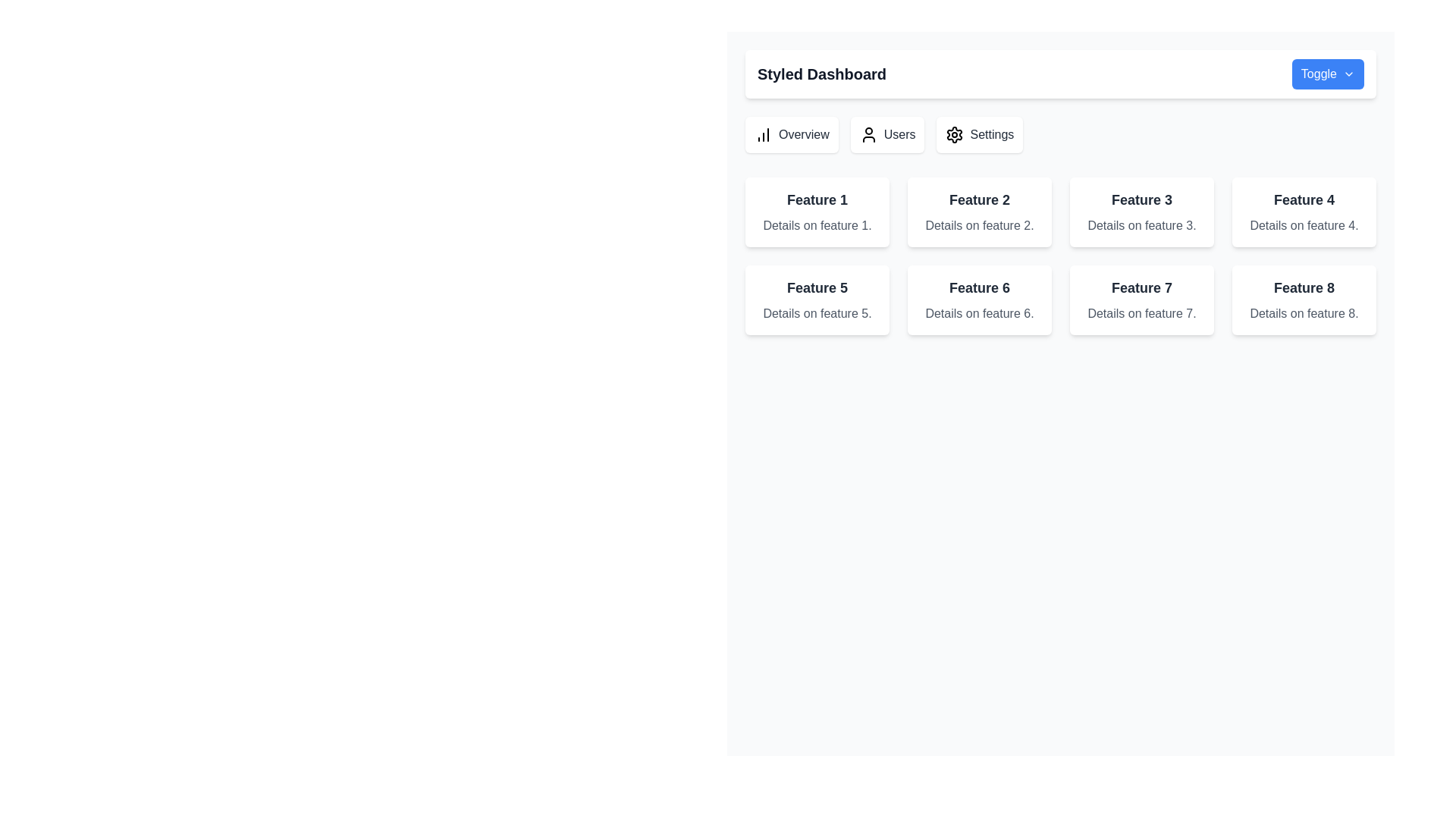 The image size is (1456, 819). What do you see at coordinates (979, 225) in the screenshot?
I see `text label that contains 'Details on feature 2.', which is styled in light gray and located below the title 'Feature 2' in the card of the grid layout` at bounding box center [979, 225].